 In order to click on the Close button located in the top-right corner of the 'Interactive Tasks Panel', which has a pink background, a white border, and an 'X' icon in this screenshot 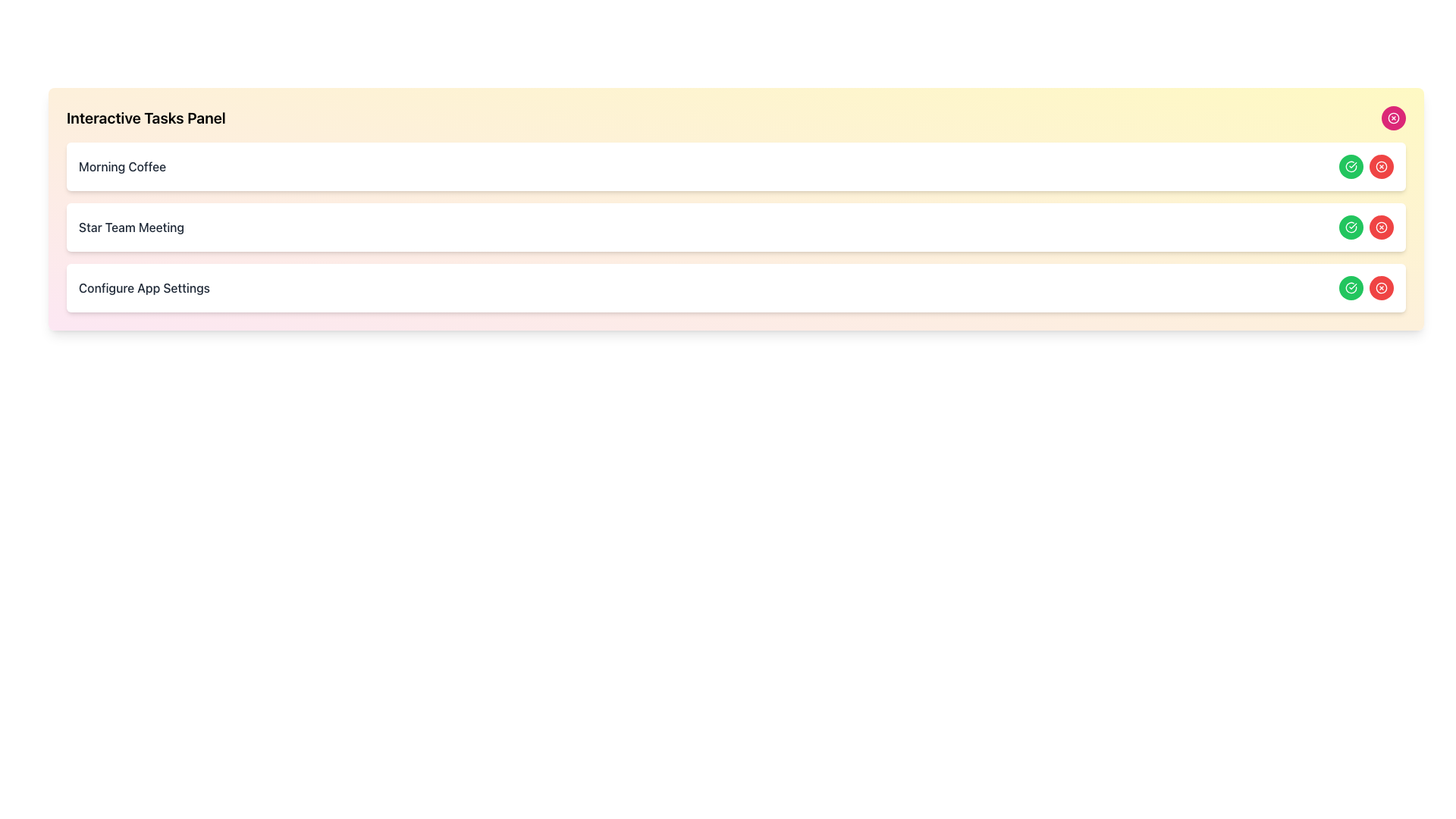, I will do `click(1394, 117)`.